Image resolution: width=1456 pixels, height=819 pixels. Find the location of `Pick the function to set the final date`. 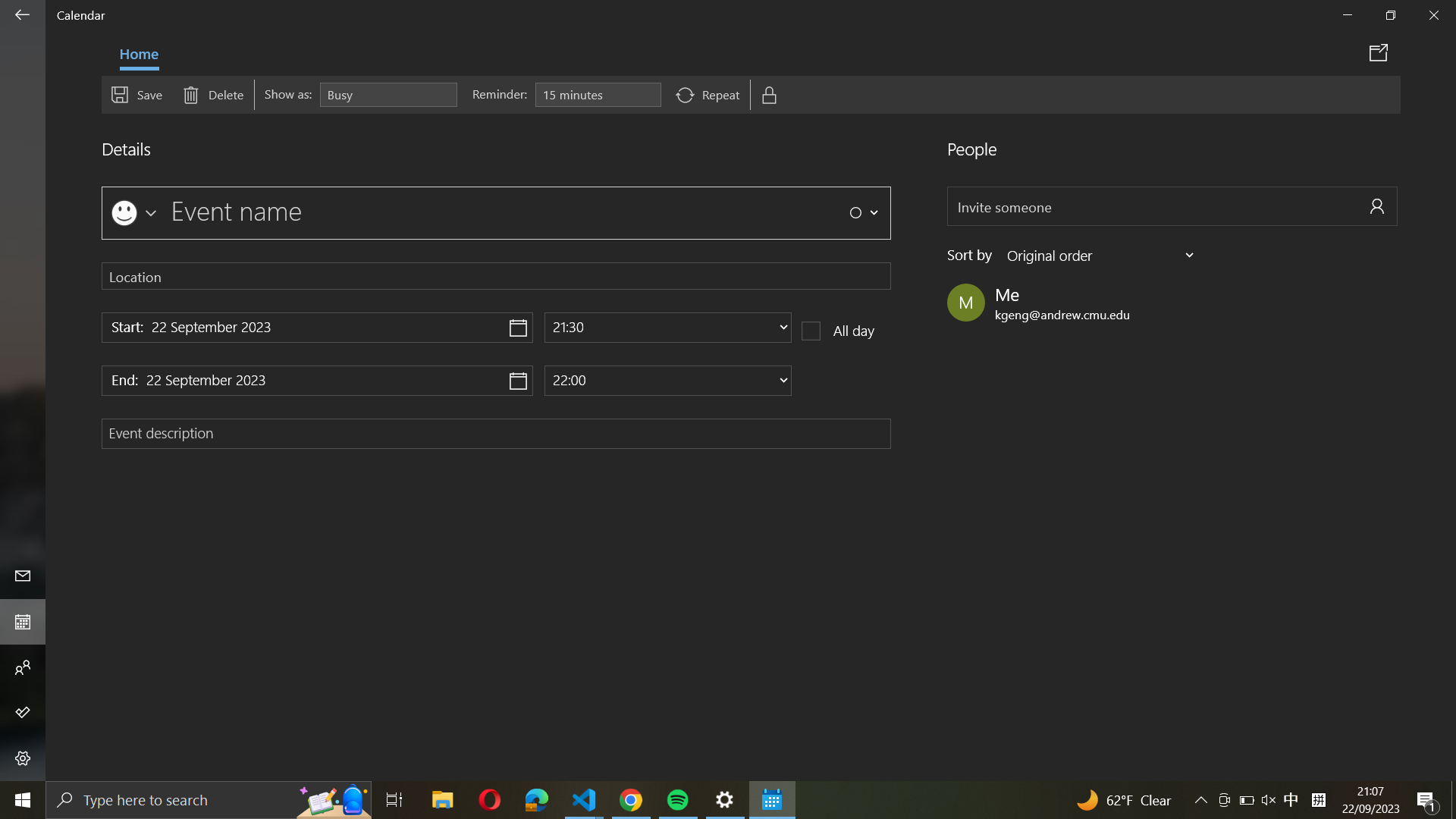

Pick the function to set the final date is located at coordinates (315, 378).